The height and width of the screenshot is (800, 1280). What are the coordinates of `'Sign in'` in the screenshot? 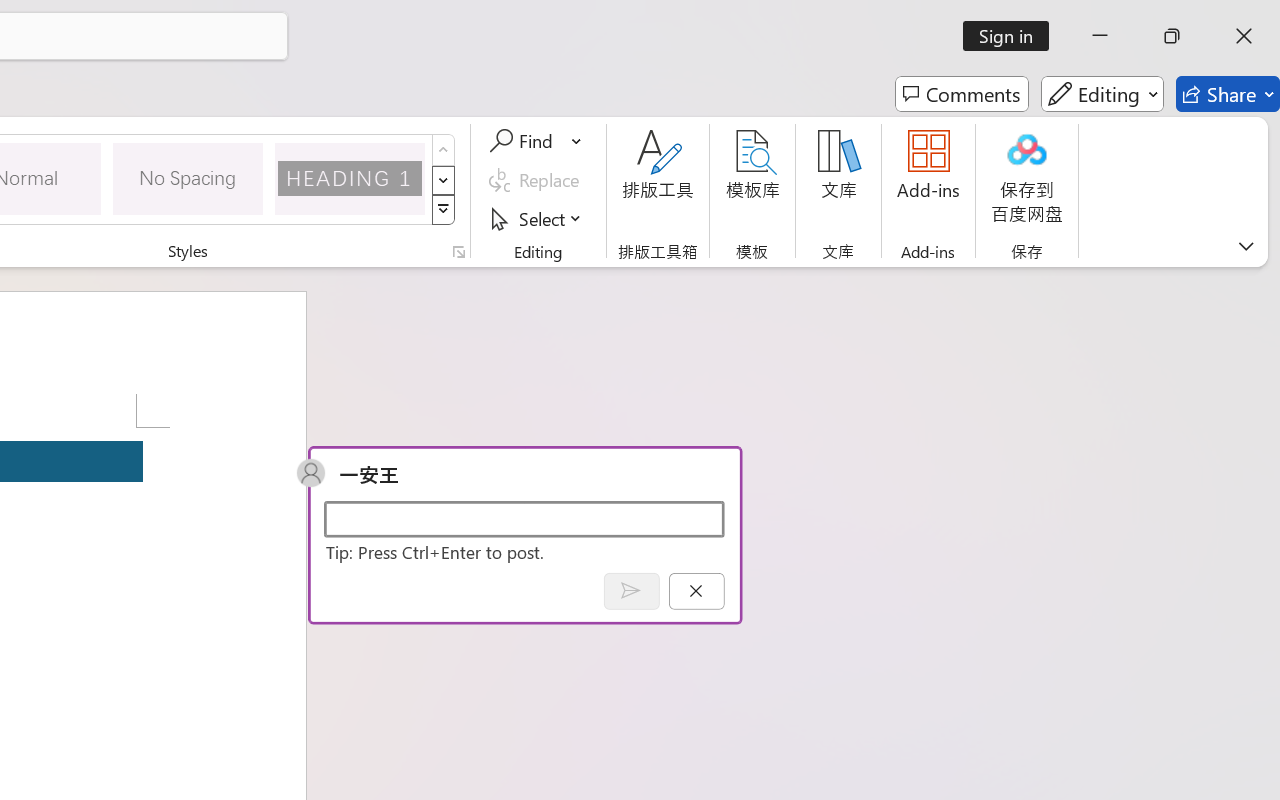 It's located at (1013, 35).